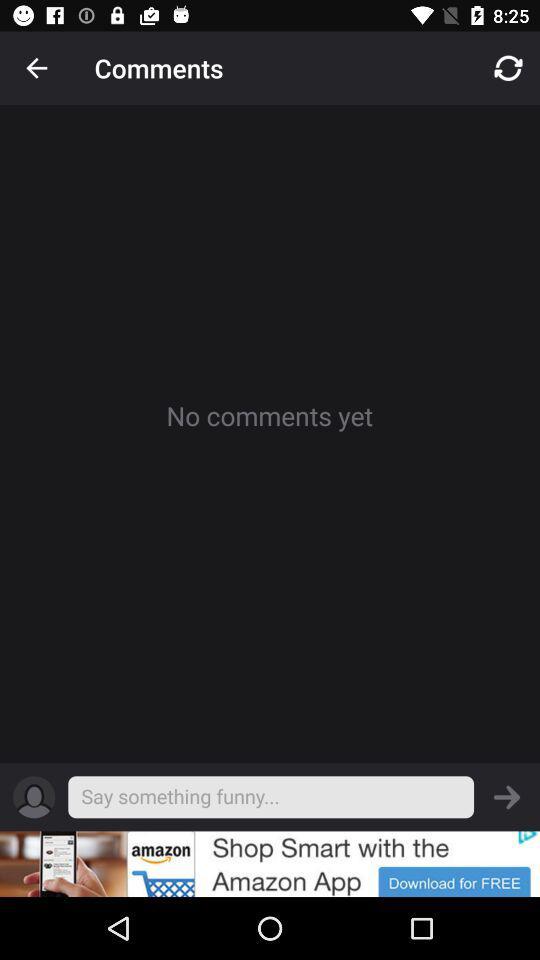  Describe the element at coordinates (507, 797) in the screenshot. I see `send` at that location.